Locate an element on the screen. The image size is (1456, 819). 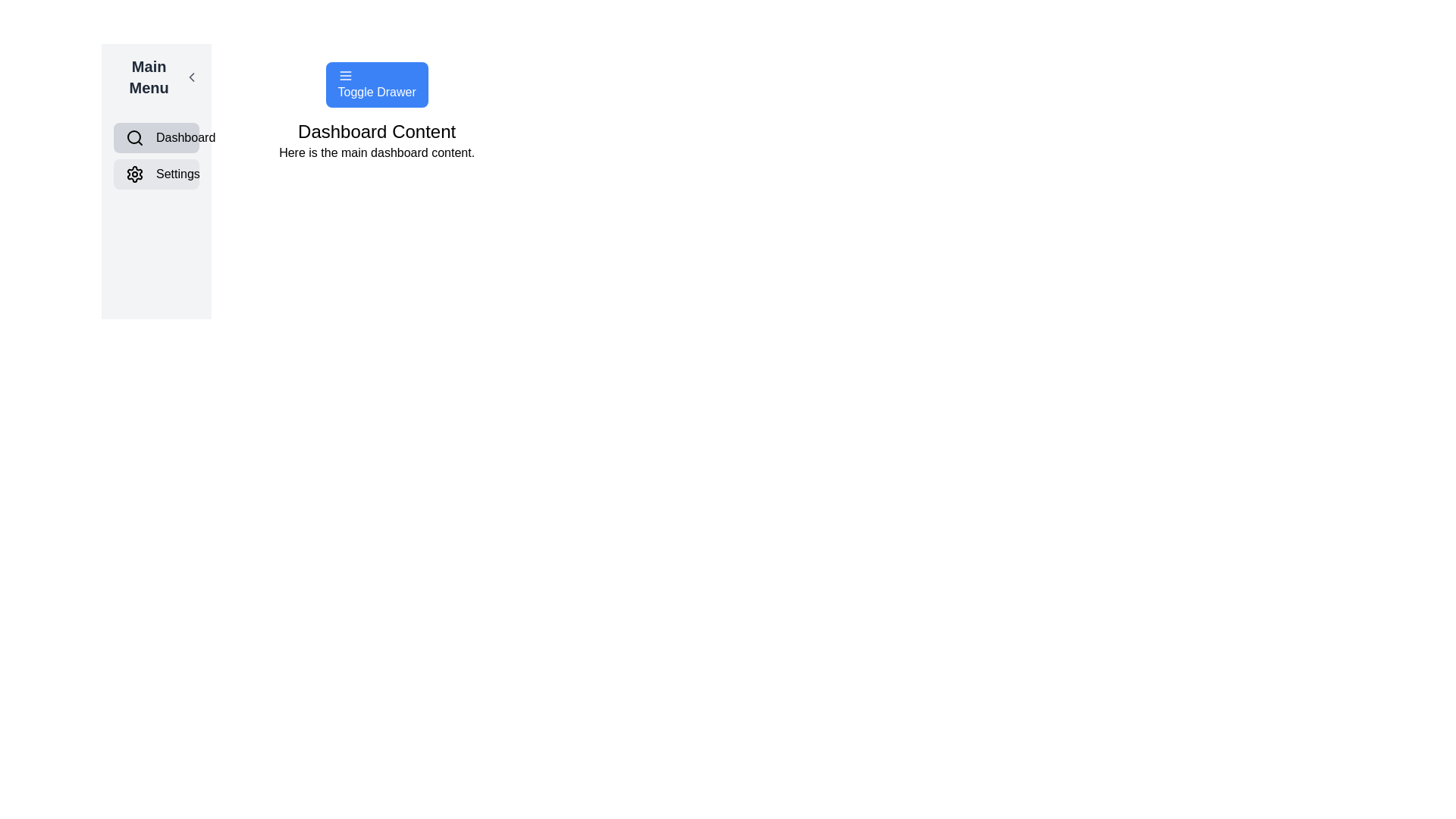
the visual indicator icon located to the left of the 'Toggle Drawer' blue rectangular button is located at coordinates (344, 76).